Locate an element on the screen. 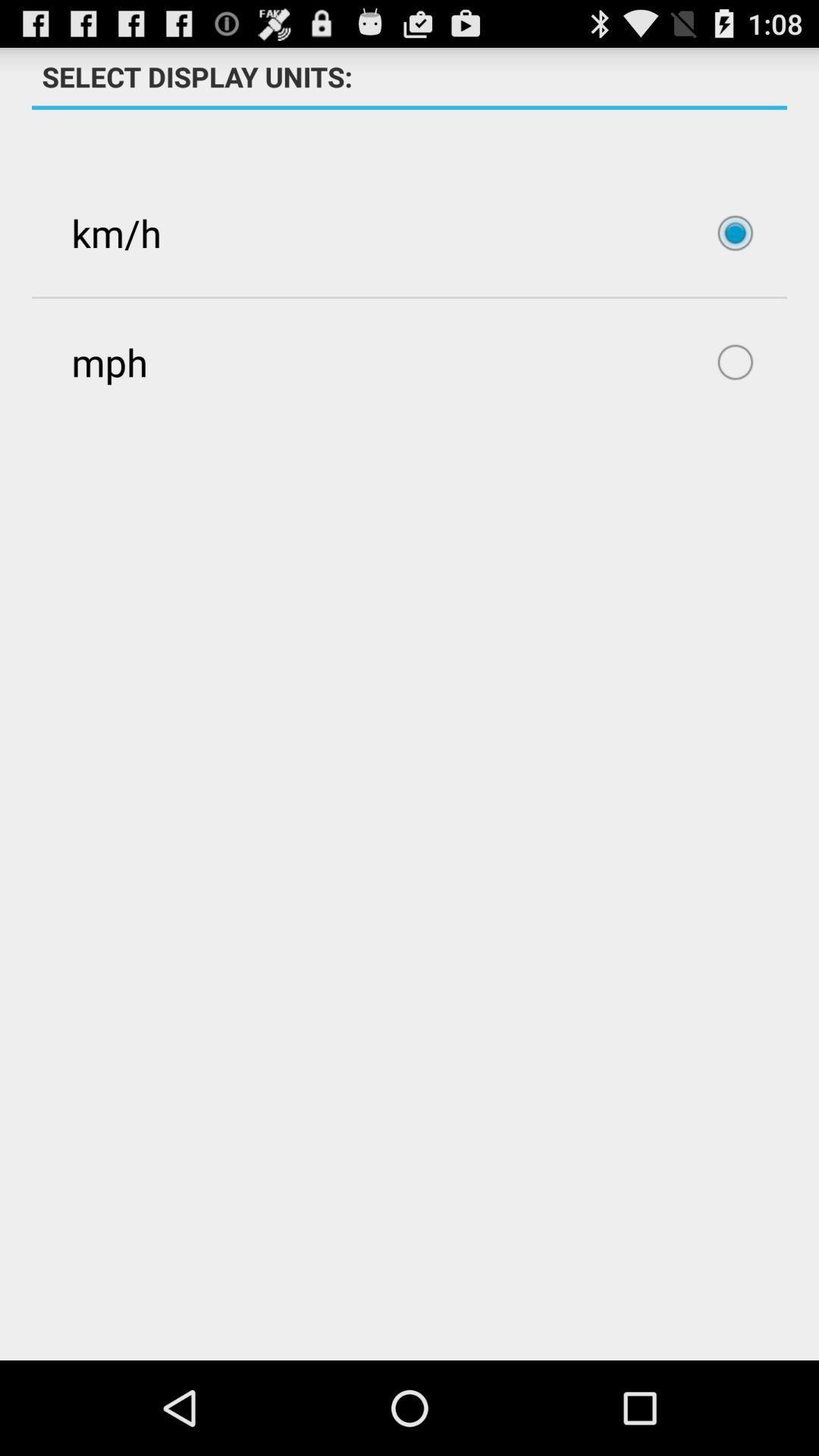  item above mph item is located at coordinates (409, 232).